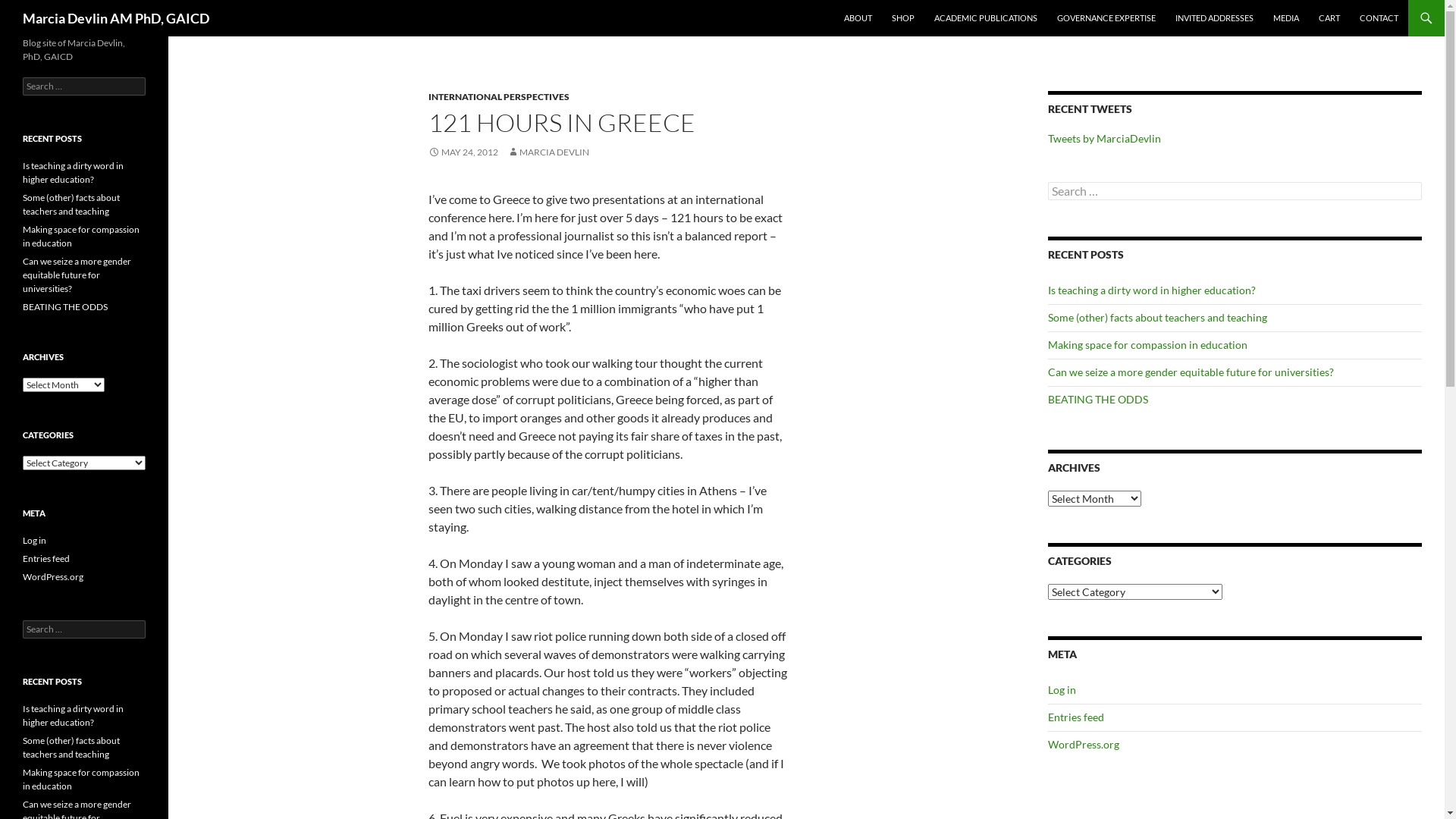 This screenshot has width=1456, height=819. I want to click on 'INVITED ADDRESSES', so click(1214, 17).